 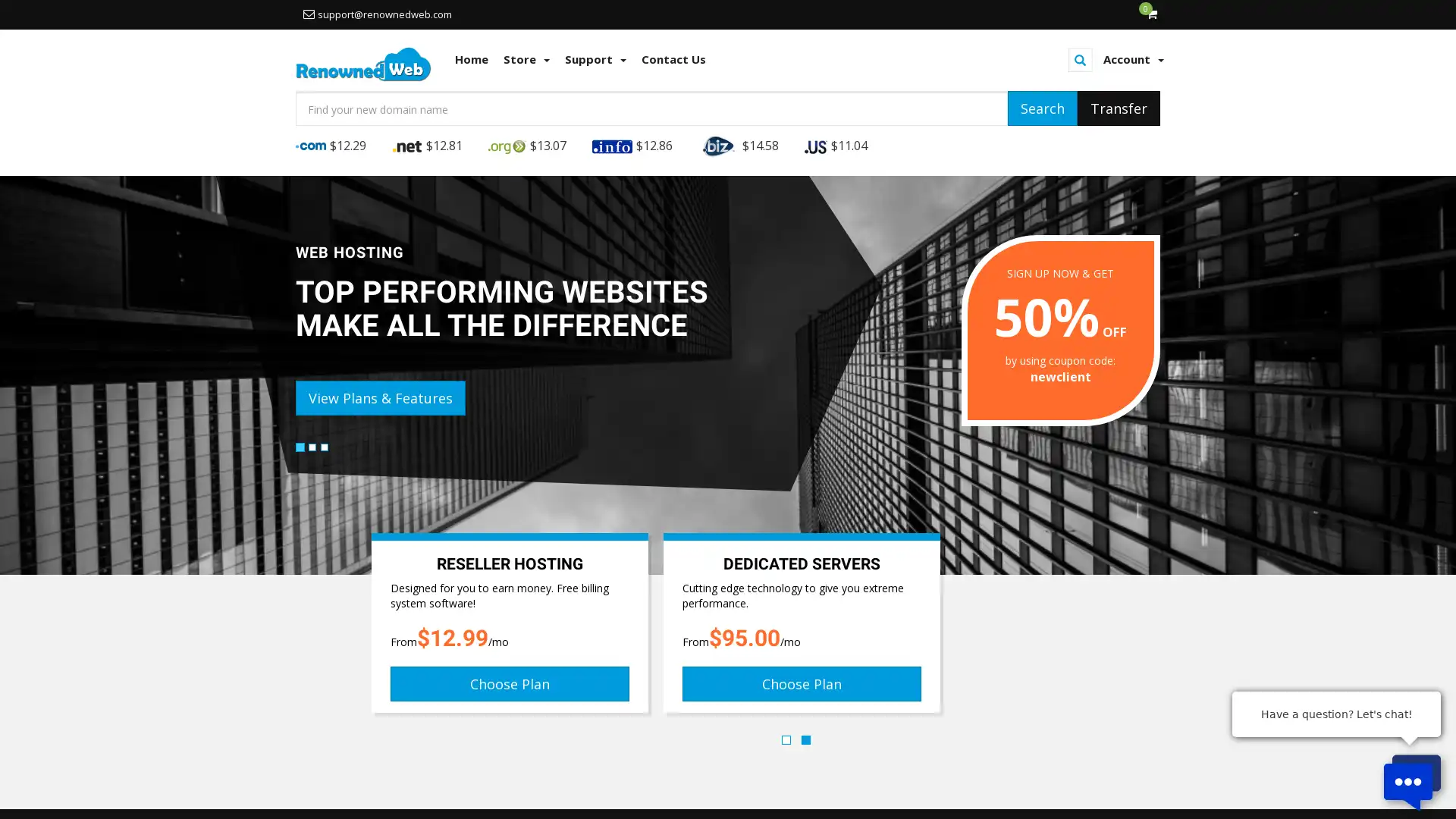 I want to click on Search, so click(x=1041, y=107).